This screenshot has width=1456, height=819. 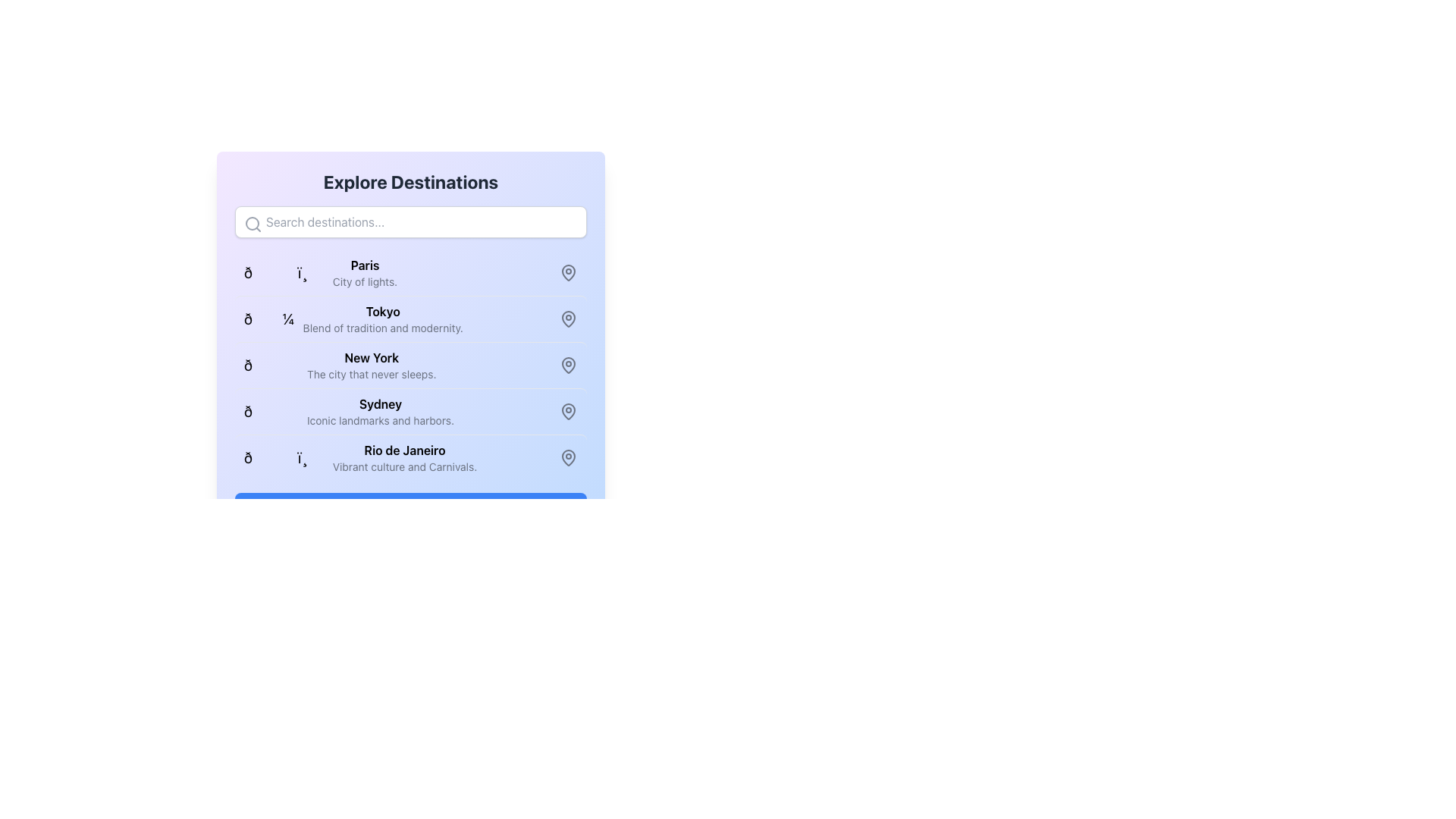 What do you see at coordinates (383, 327) in the screenshot?
I see `the text label that reads 'Blend of tradition and modernity.', which is styled in gray and positioned directly beneath 'Tokyo' in the list under 'Explore Destinations'` at bounding box center [383, 327].